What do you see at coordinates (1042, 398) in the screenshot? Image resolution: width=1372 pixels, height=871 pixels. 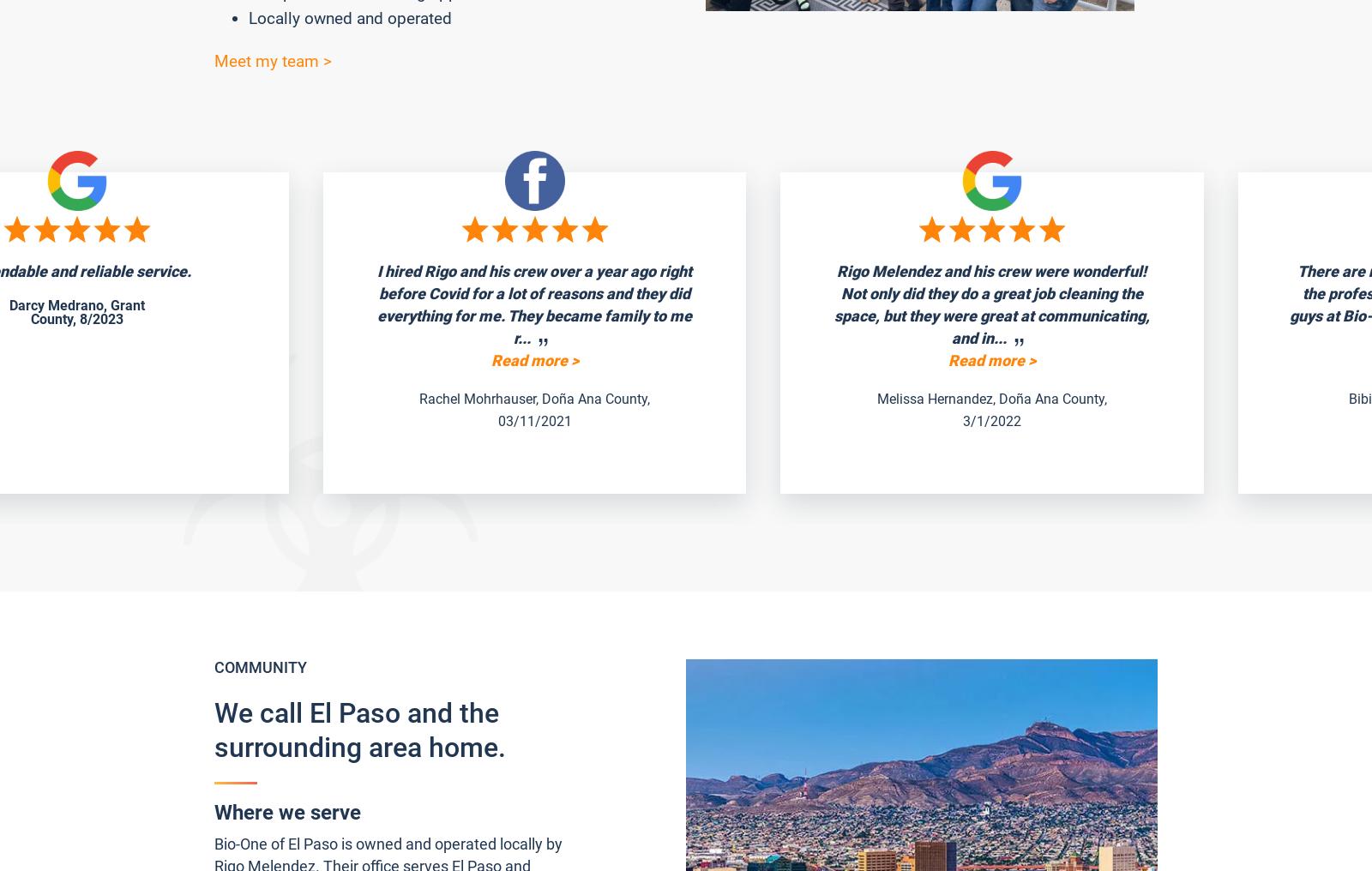 I see `'Bibi Olacio, Grant County, 8/2023'` at bounding box center [1042, 398].